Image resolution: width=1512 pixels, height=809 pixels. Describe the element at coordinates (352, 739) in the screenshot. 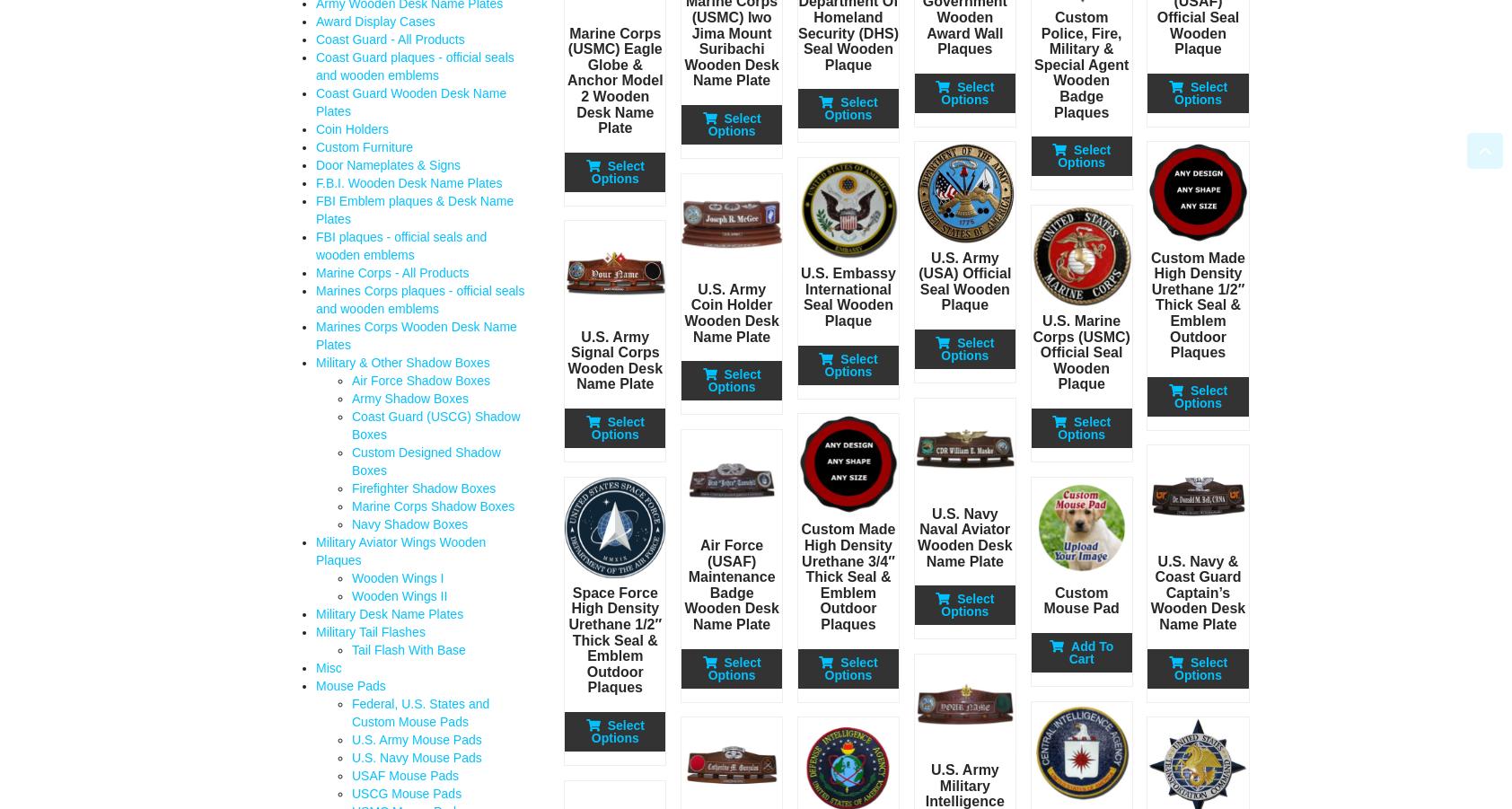

I see `'U.S. Army Mouse Pads'` at that location.